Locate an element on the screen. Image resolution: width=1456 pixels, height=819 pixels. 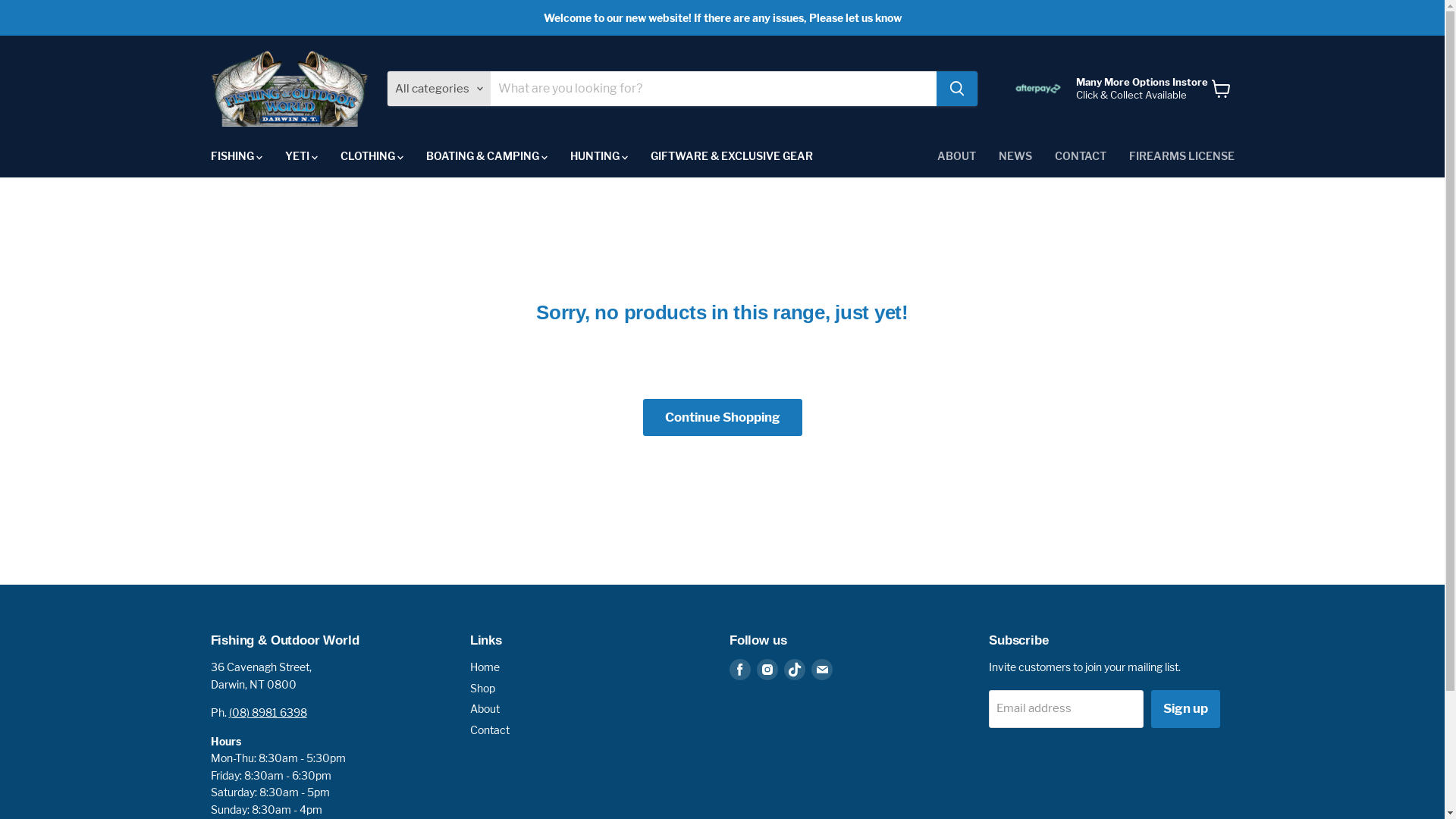
'(08) 8981 6398' is located at coordinates (268, 712).